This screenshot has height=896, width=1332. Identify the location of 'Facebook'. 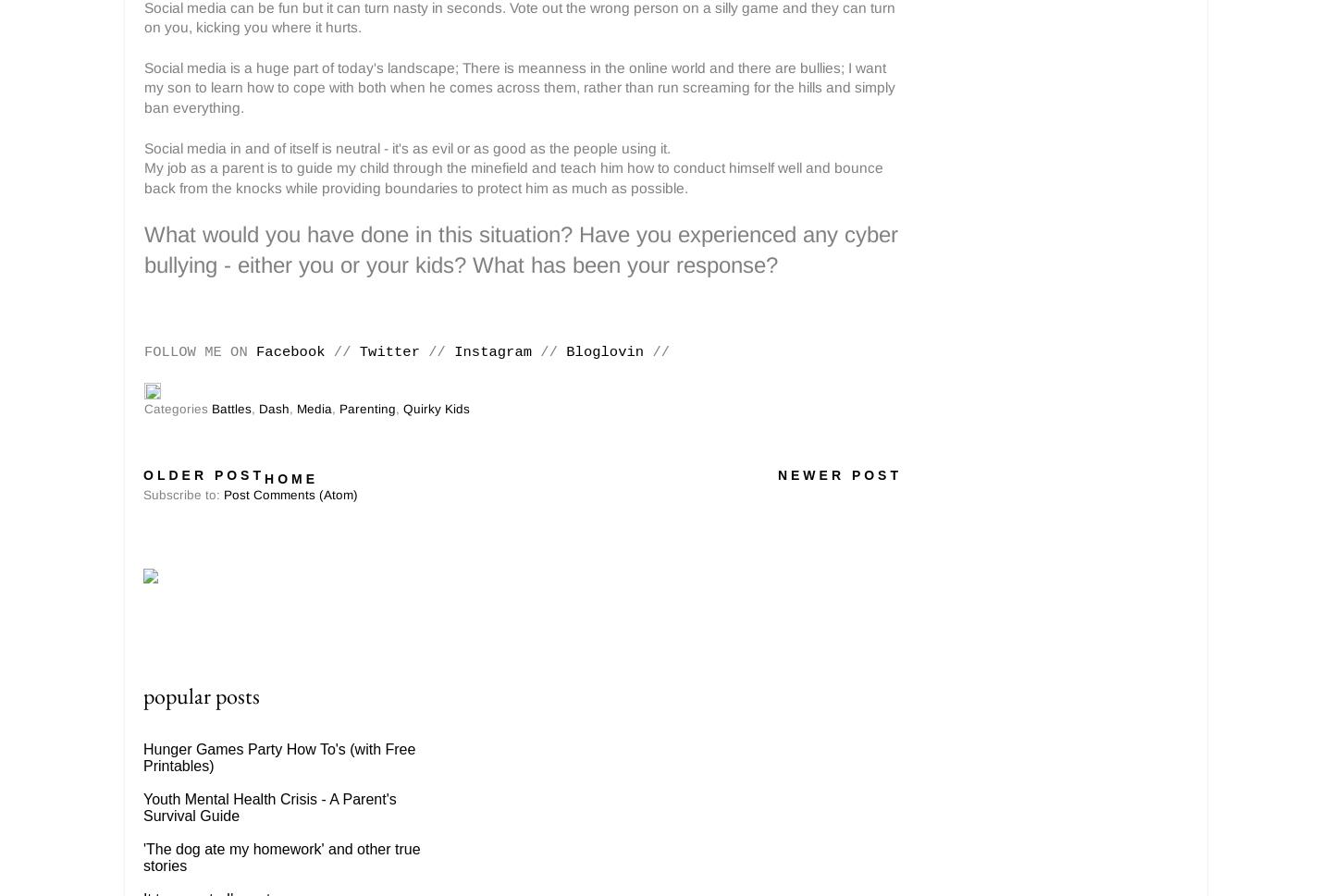
(290, 352).